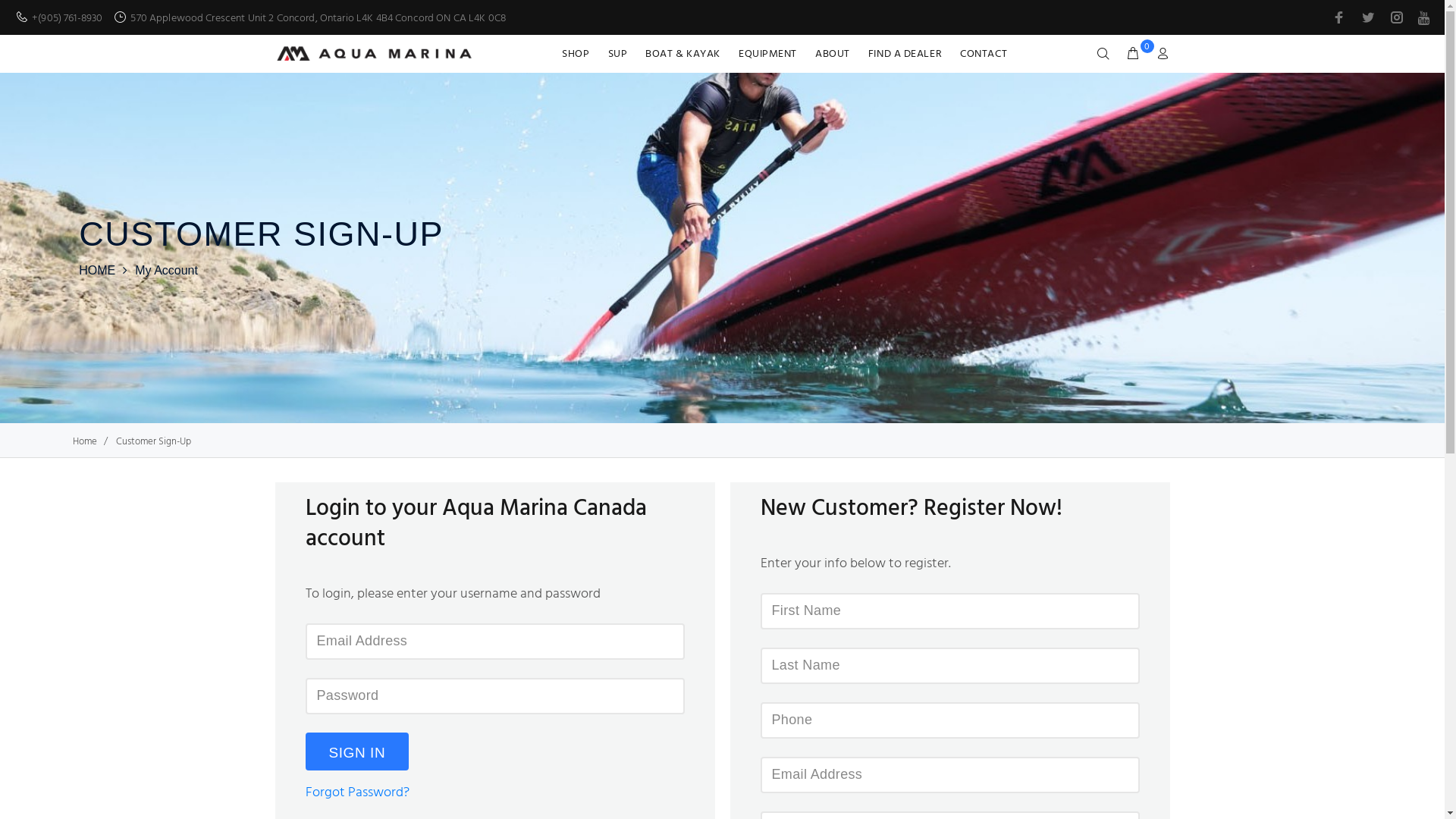 This screenshot has width=1456, height=819. Describe the element at coordinates (767, 52) in the screenshot. I see `'EQUIPMENT'` at that location.